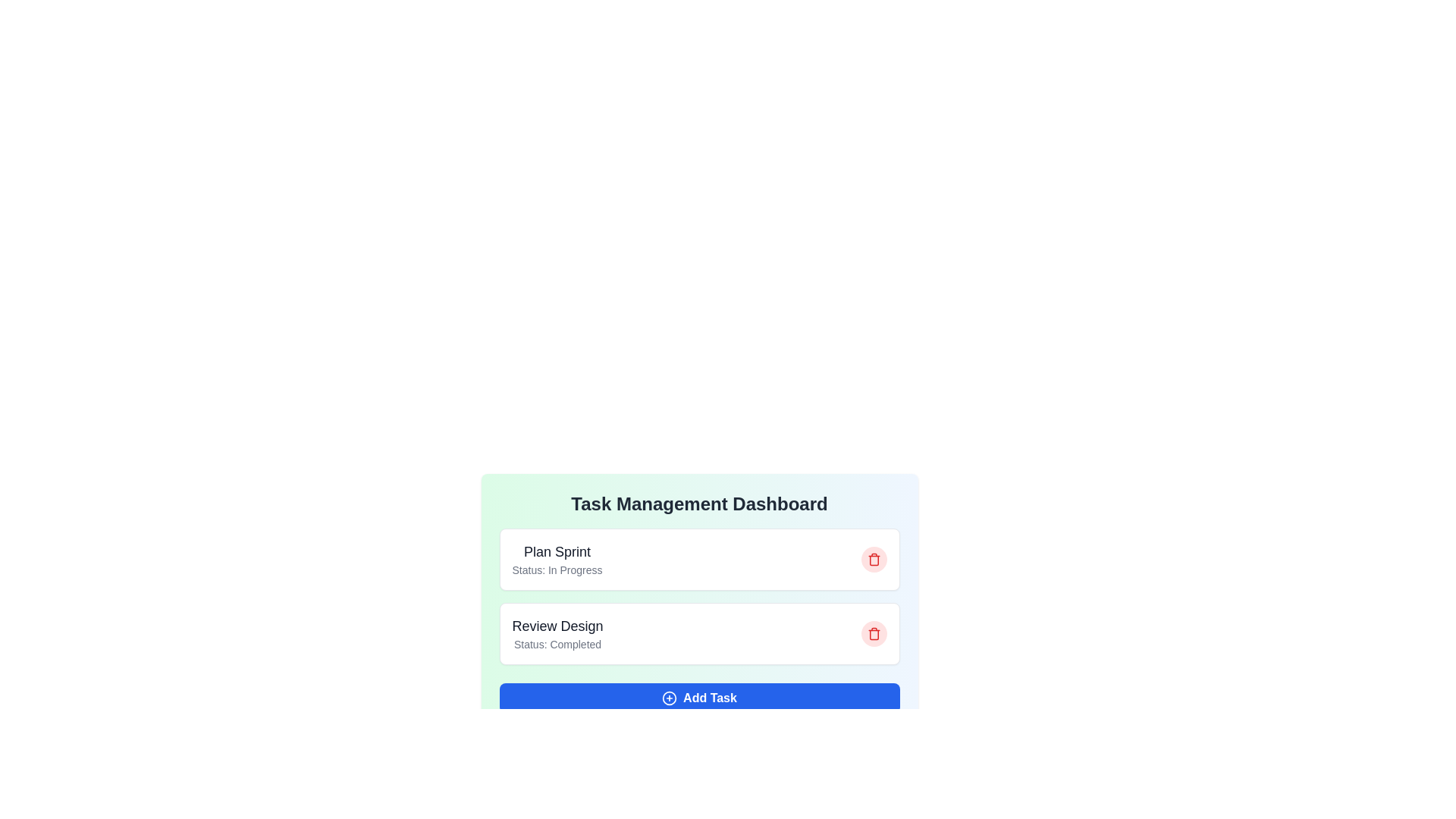  I want to click on the task with ID 1 by clicking the corresponding trash icon, so click(874, 559).